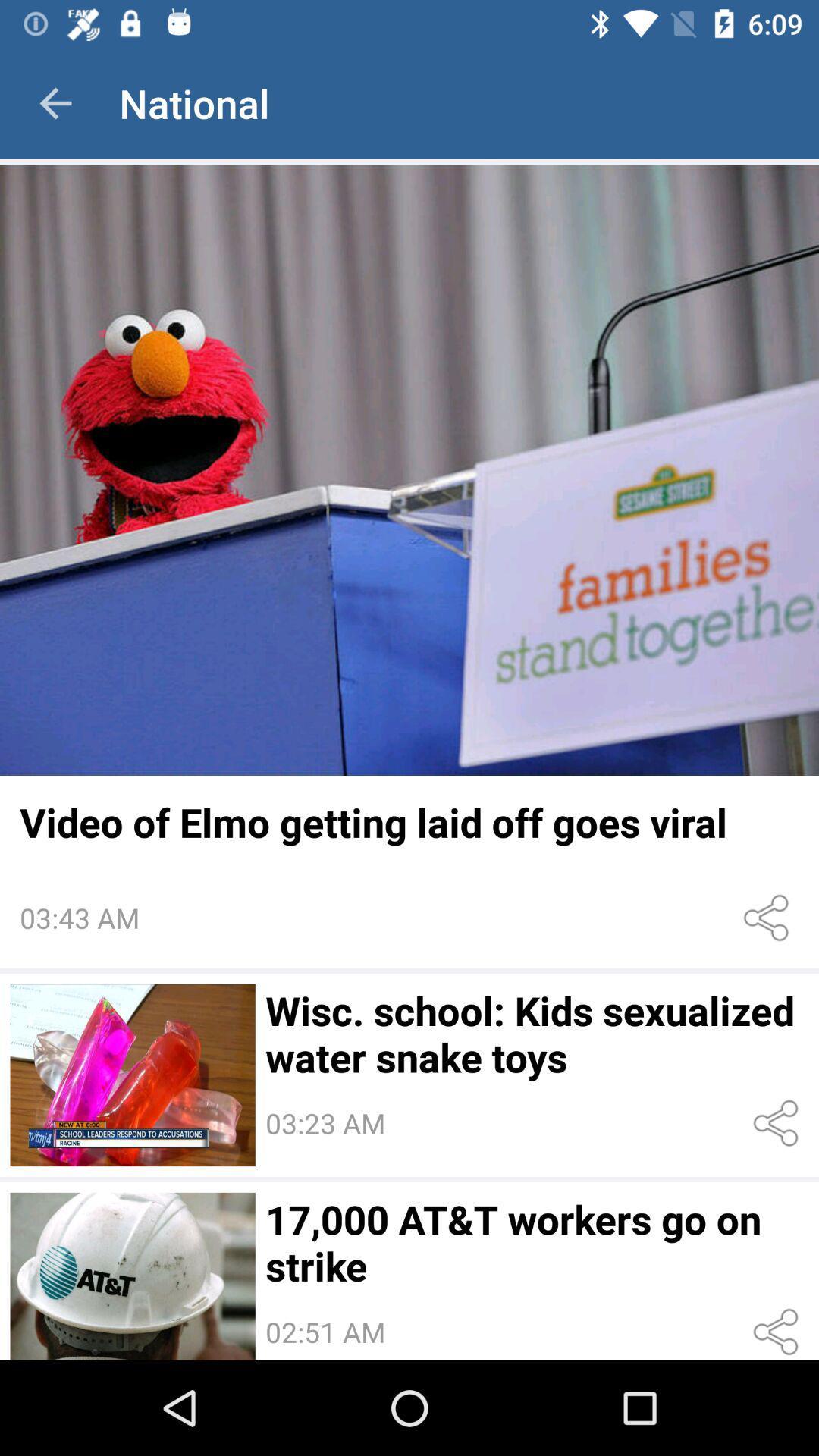 The image size is (819, 1456). I want to click on the icon next to the national, so click(55, 102).